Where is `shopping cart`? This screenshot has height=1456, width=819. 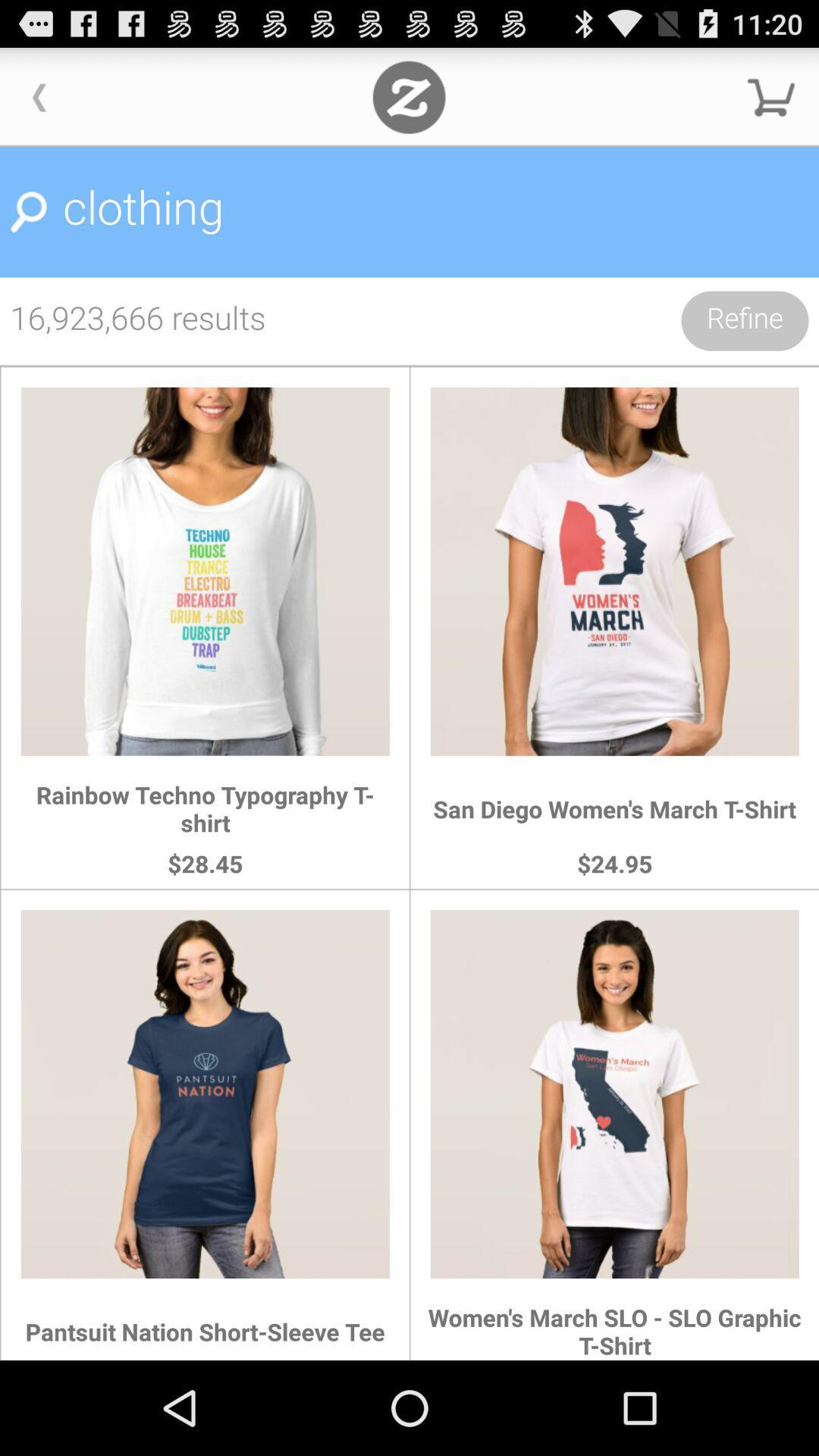
shopping cart is located at coordinates (771, 96).